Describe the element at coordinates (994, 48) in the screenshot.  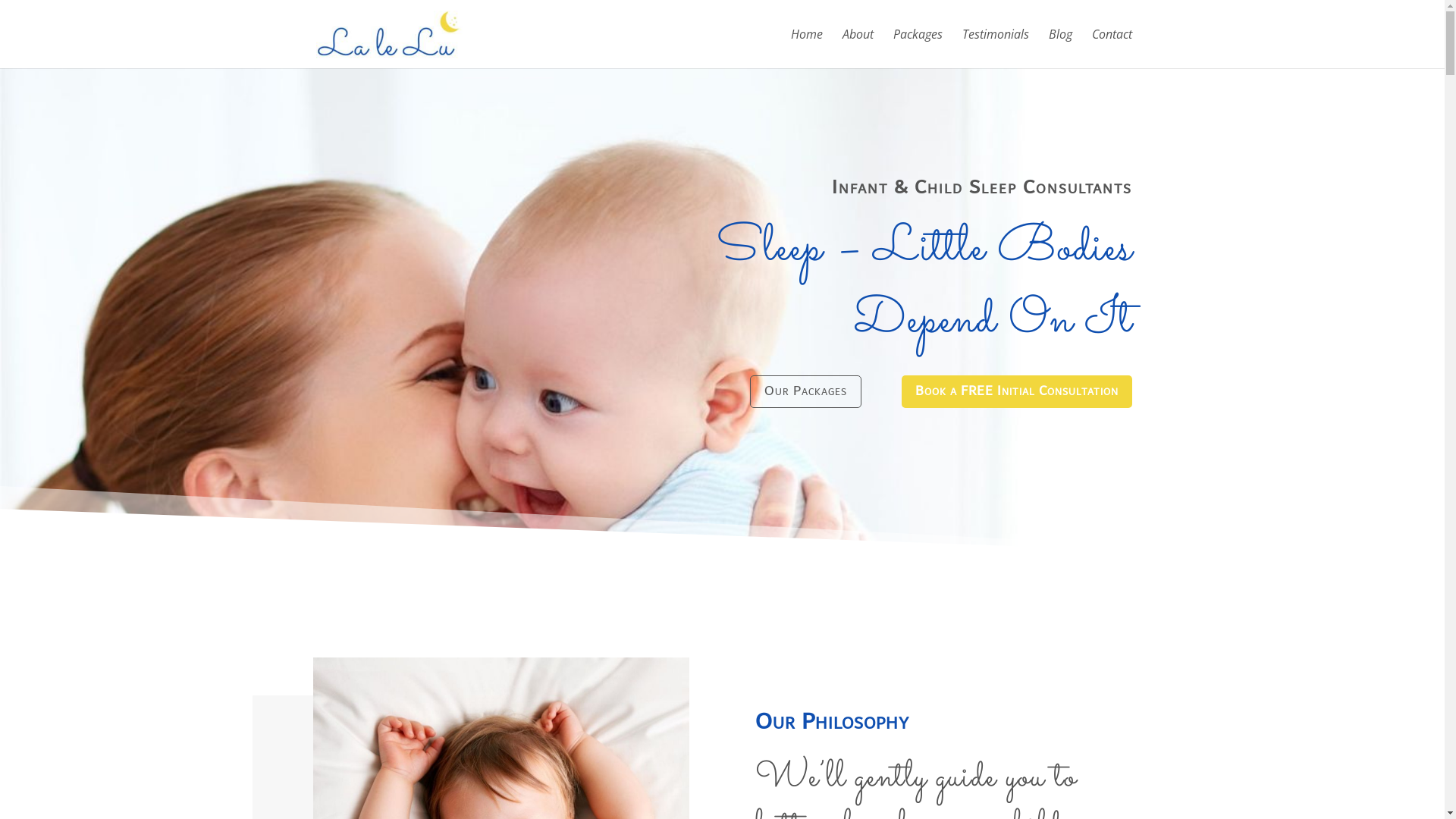
I see `'Testimonials'` at that location.